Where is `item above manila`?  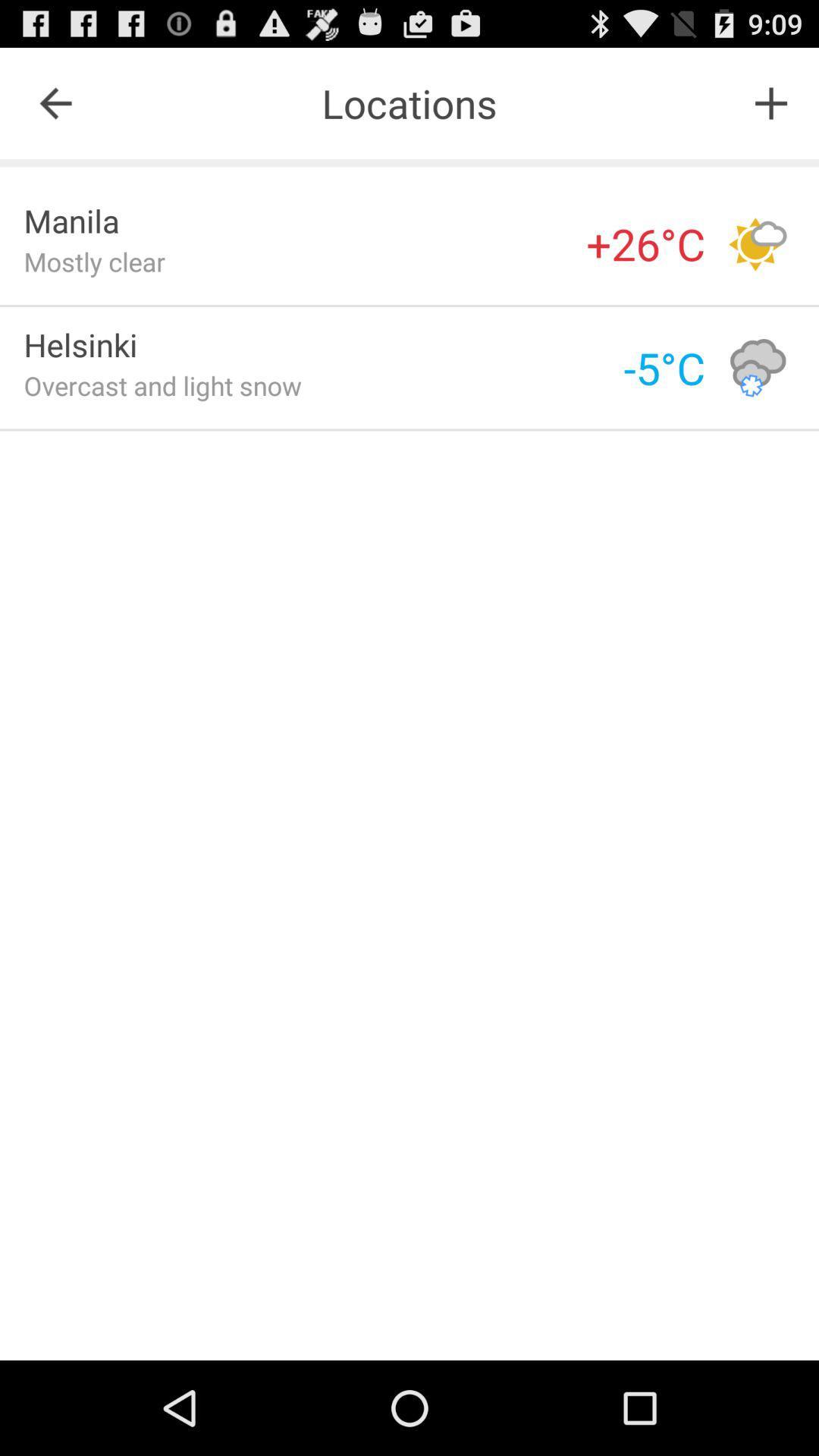
item above manila is located at coordinates (55, 102).